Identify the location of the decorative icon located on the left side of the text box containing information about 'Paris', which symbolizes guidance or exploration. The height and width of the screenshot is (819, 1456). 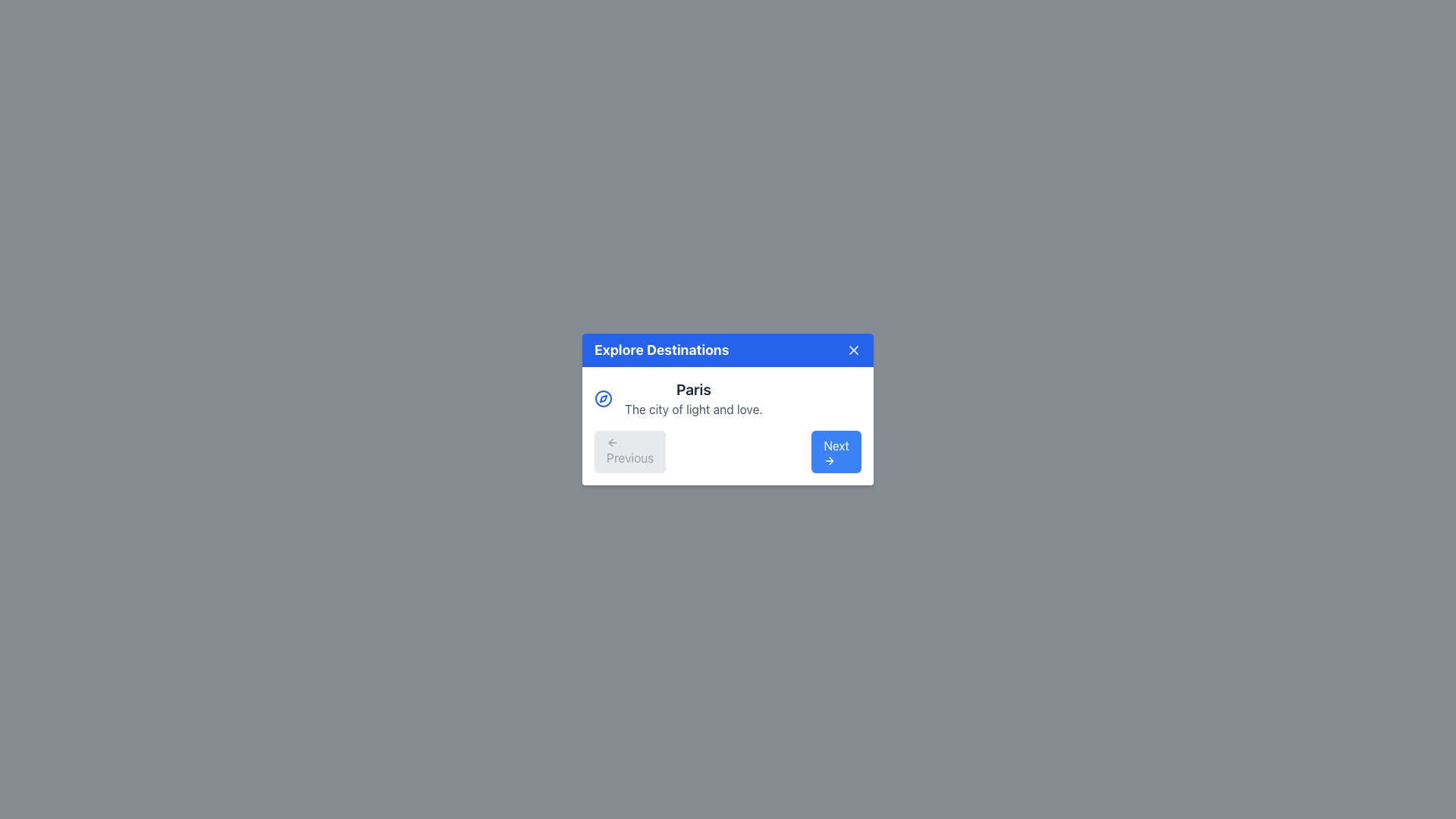
(603, 397).